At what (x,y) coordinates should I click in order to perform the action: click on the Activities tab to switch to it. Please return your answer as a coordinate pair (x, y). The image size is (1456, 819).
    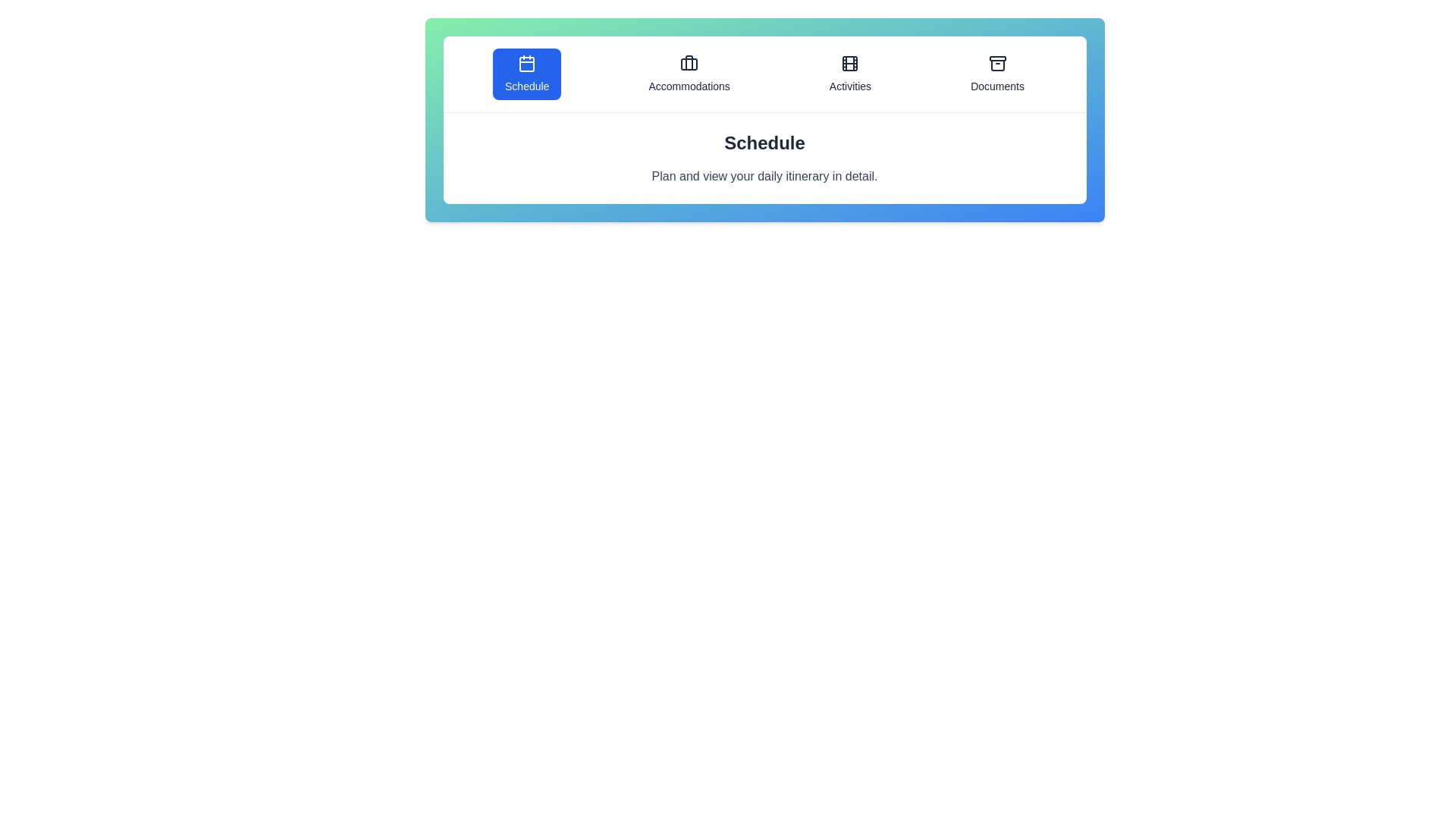
    Looking at the image, I should click on (850, 74).